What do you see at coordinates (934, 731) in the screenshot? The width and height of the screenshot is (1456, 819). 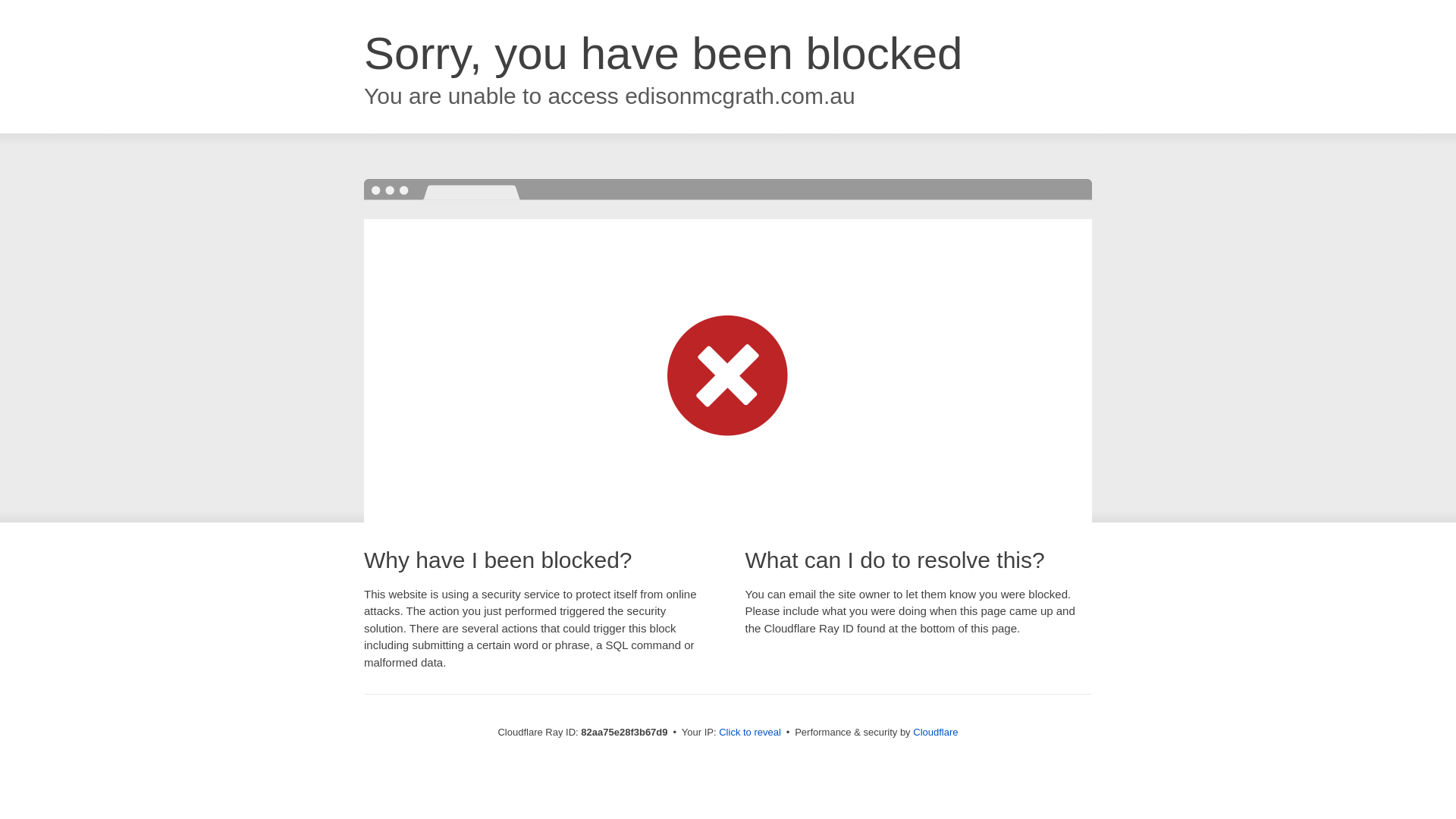 I see `'Cloudflare'` at bounding box center [934, 731].